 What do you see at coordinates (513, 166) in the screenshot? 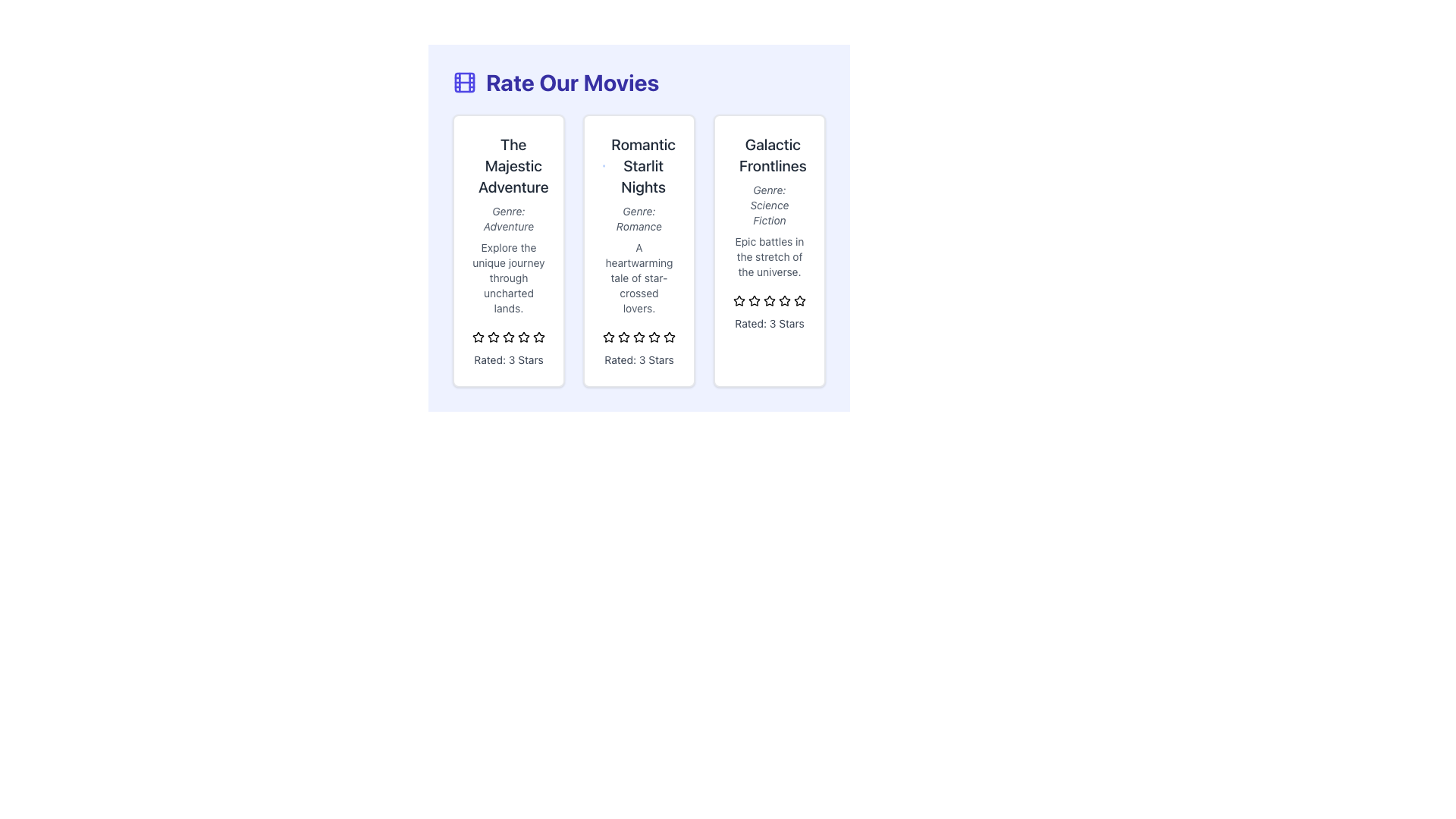
I see `the static text element displaying 'The Majestic Adventure' in large gray font, located in the top section of the first card` at bounding box center [513, 166].